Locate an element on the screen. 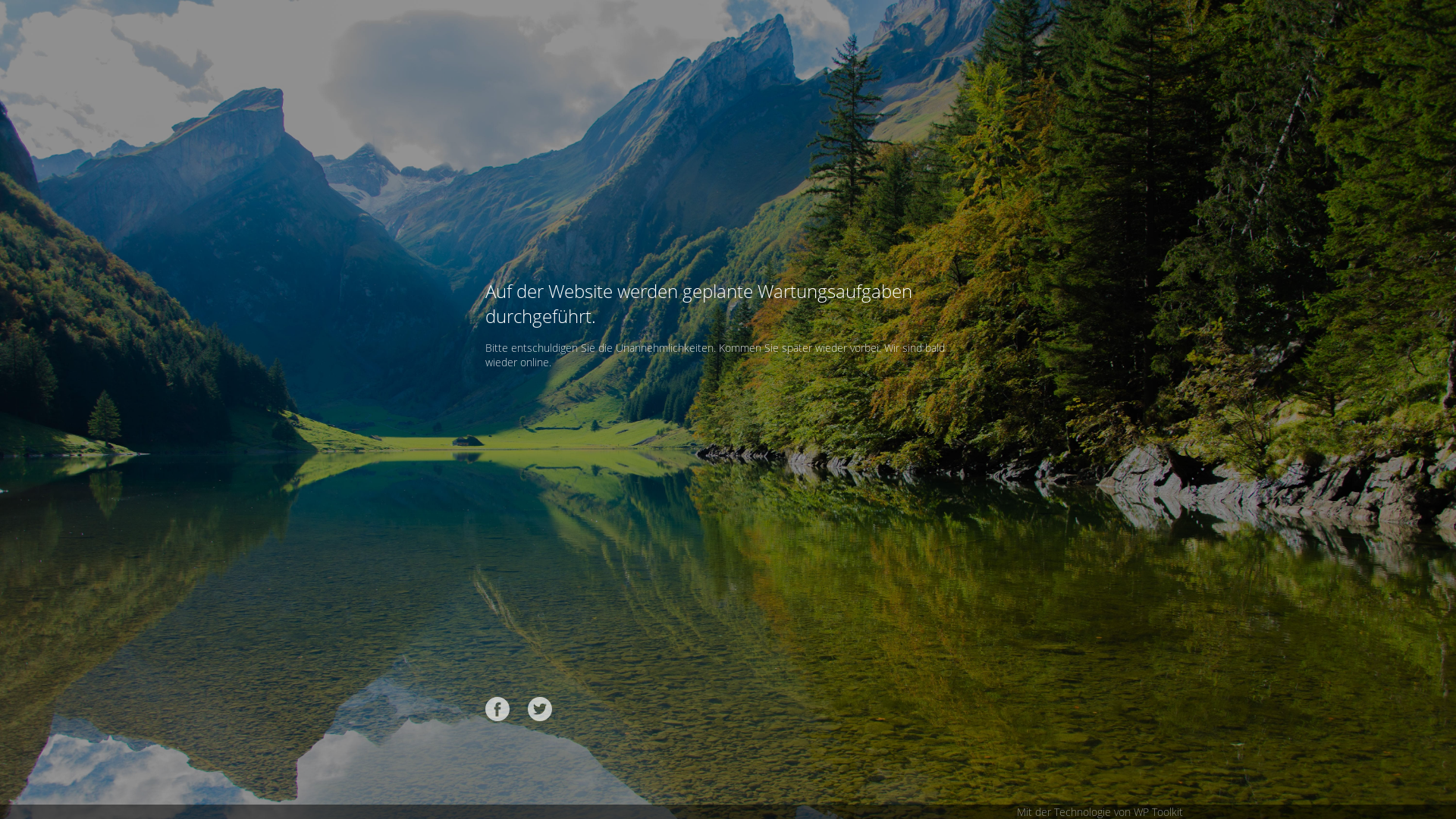 The width and height of the screenshot is (1456, 819). 'Twitter' is located at coordinates (539, 708).